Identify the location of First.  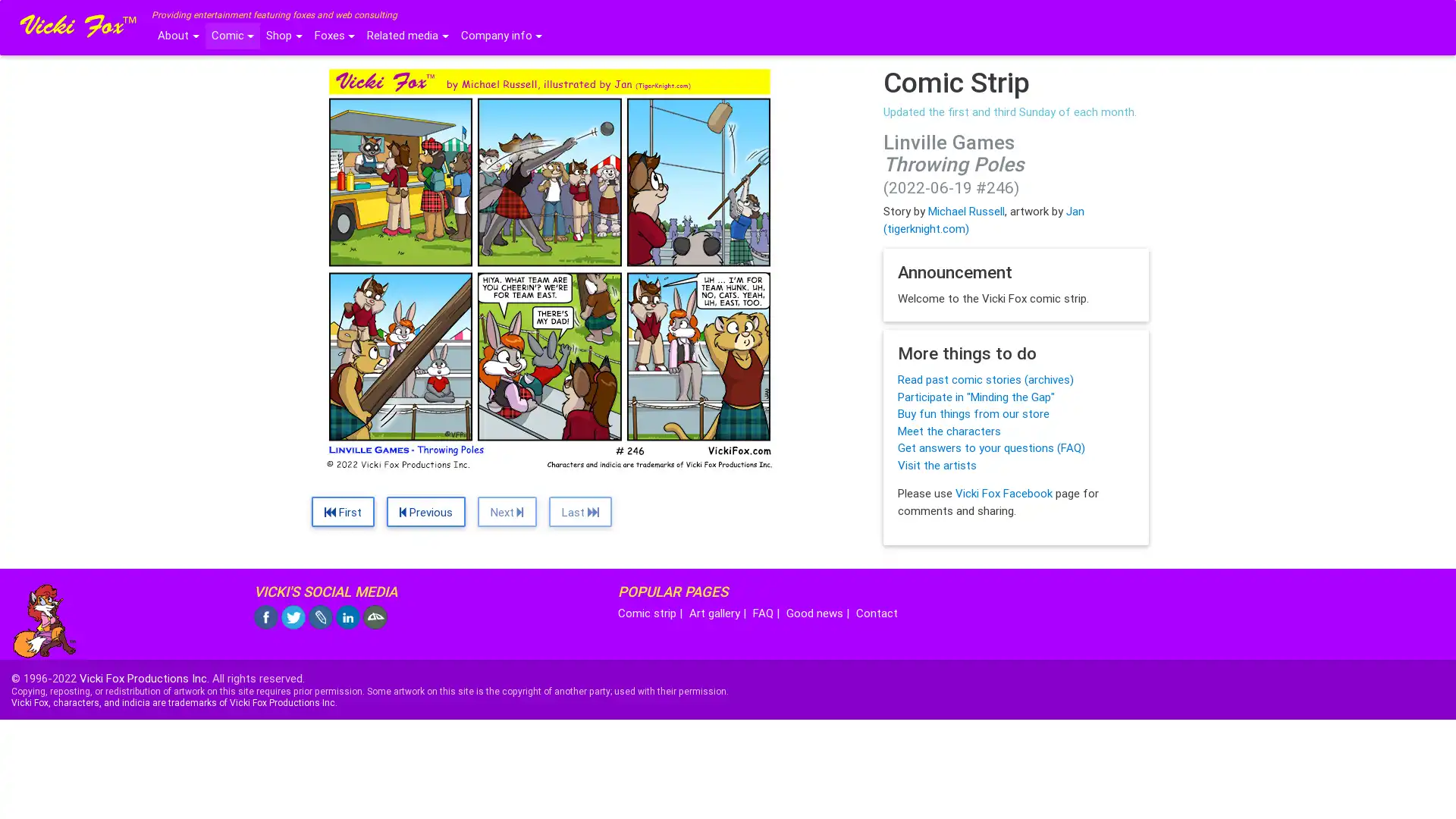
(342, 512).